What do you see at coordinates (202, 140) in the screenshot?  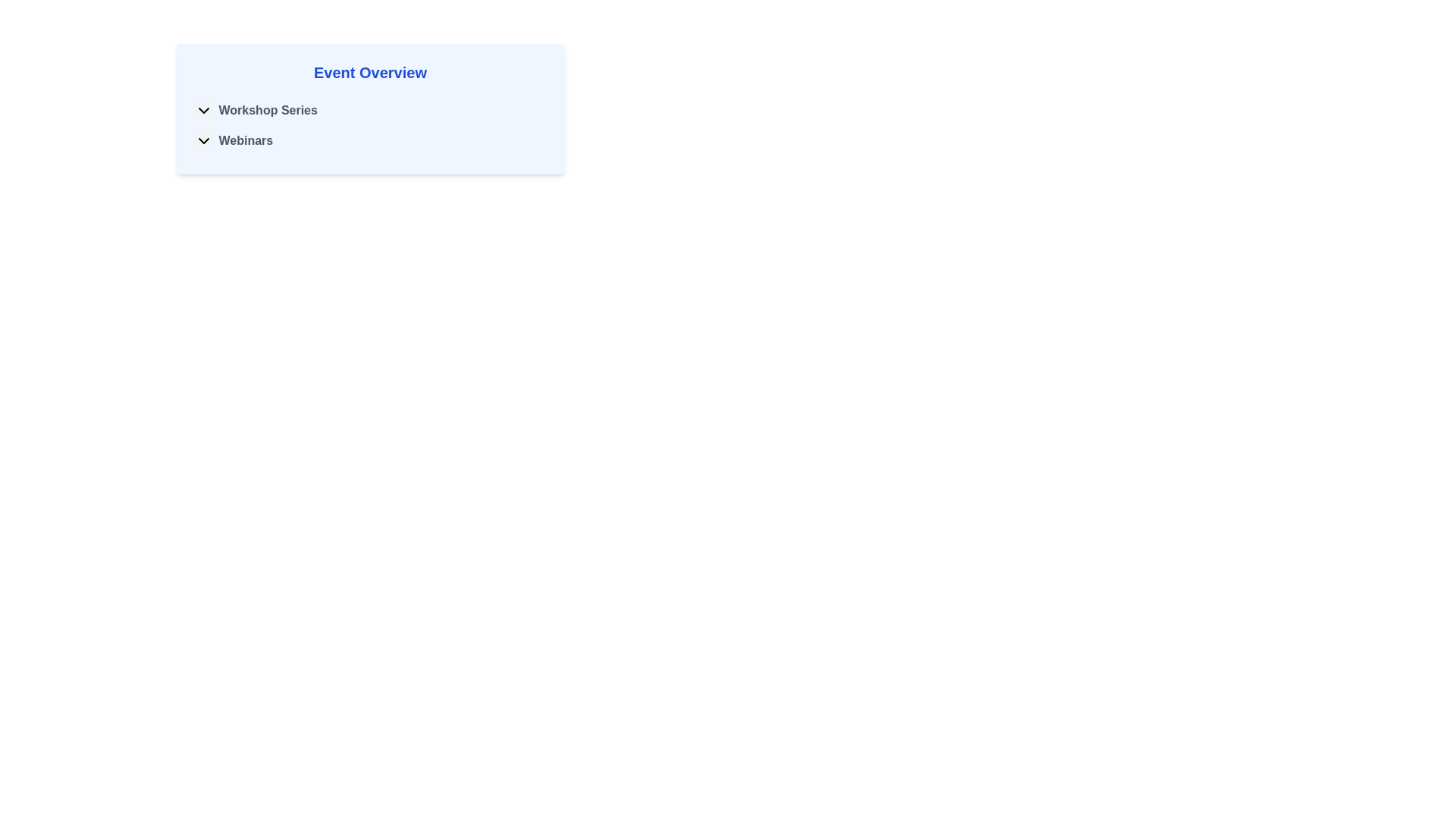 I see `the Icon button located at the top of the 'Event Overview' section` at bounding box center [202, 140].